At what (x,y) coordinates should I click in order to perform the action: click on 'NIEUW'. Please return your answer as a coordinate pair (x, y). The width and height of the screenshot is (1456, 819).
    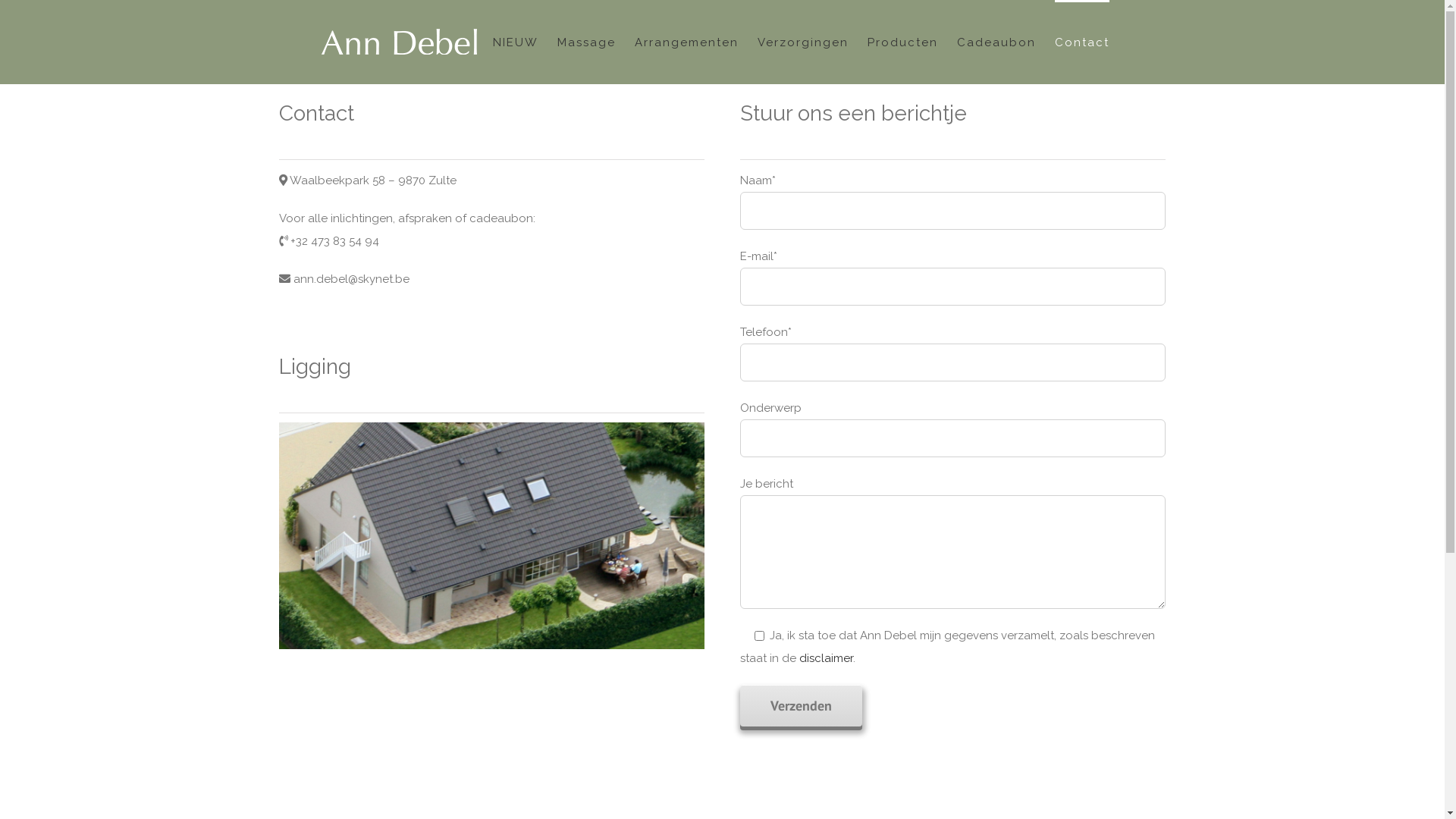
    Looking at the image, I should click on (516, 40).